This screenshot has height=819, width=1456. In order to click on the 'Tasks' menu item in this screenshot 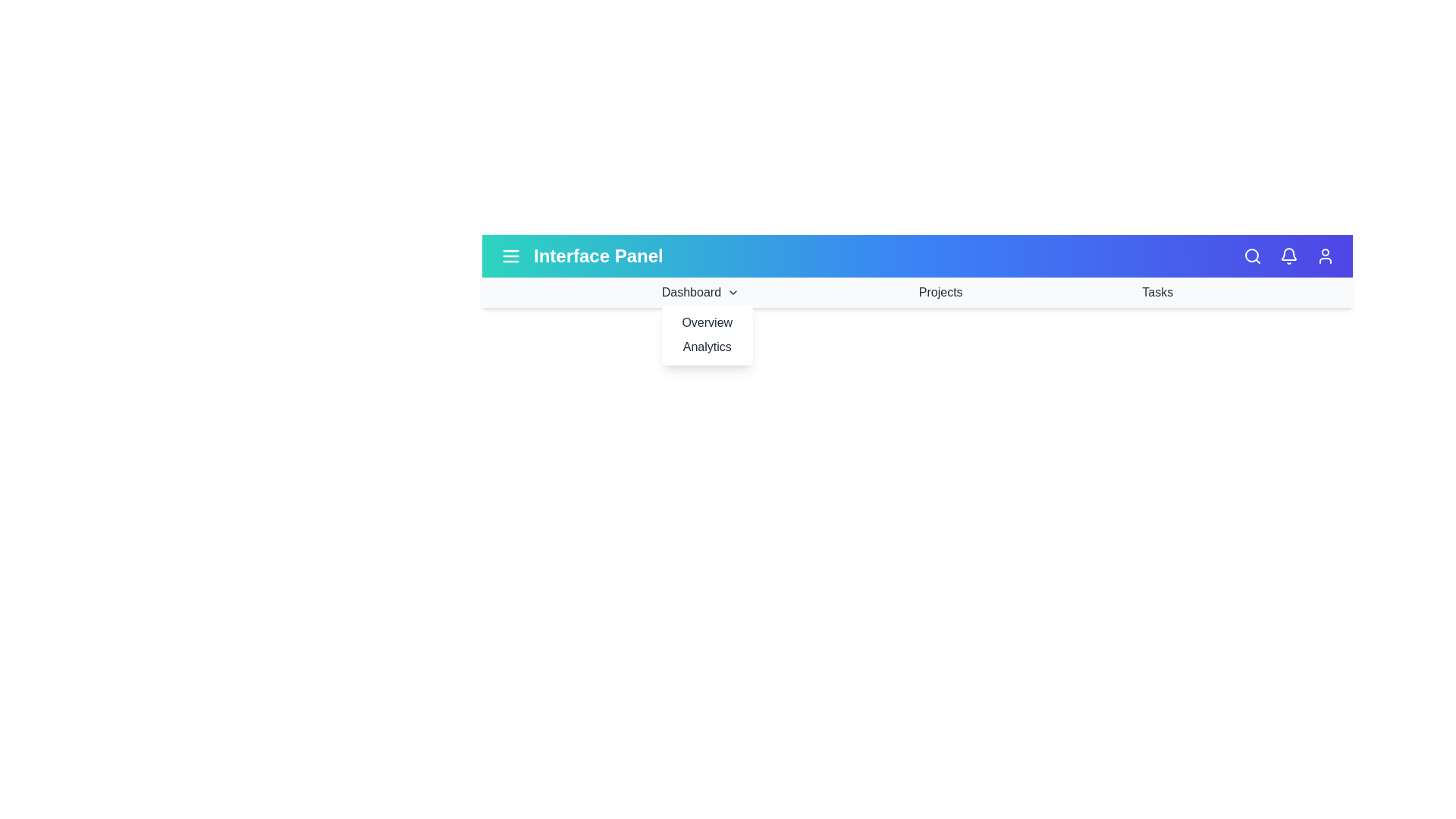, I will do `click(1156, 292)`.